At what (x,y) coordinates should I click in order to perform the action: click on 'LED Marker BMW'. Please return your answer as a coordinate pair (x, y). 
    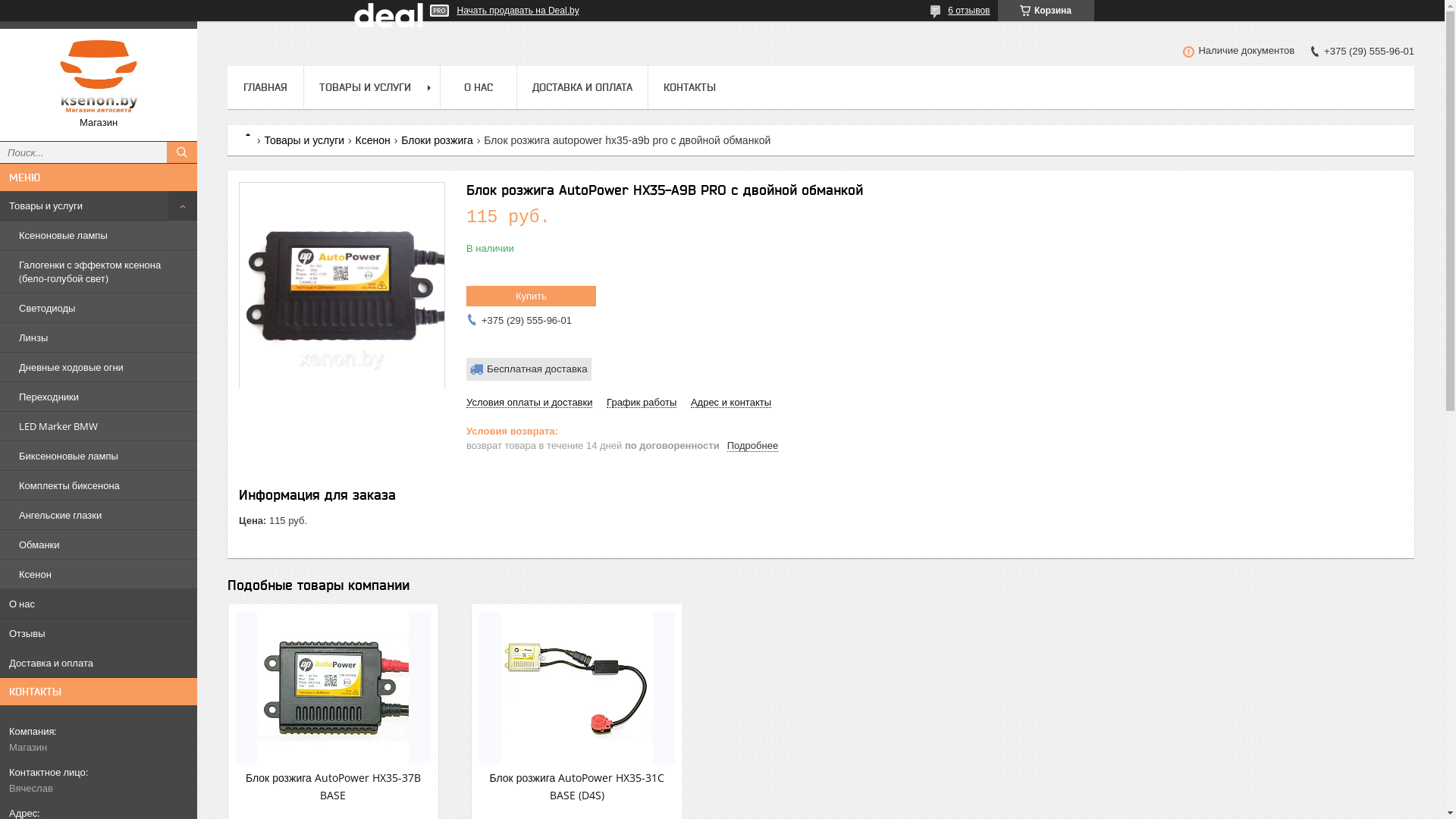
    Looking at the image, I should click on (97, 426).